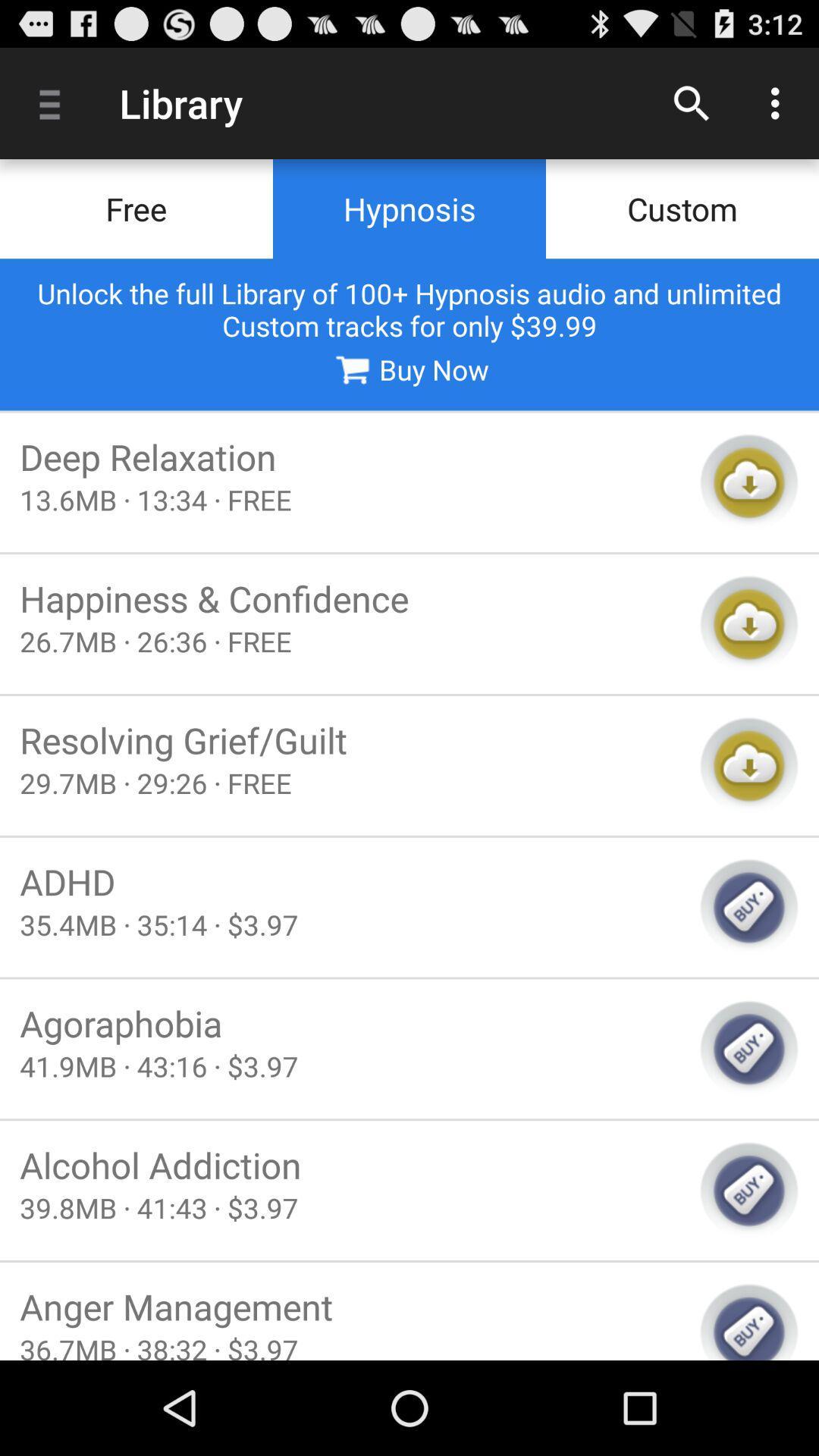 The width and height of the screenshot is (819, 1456). What do you see at coordinates (350, 740) in the screenshot?
I see `resolving grief/guilt item` at bounding box center [350, 740].